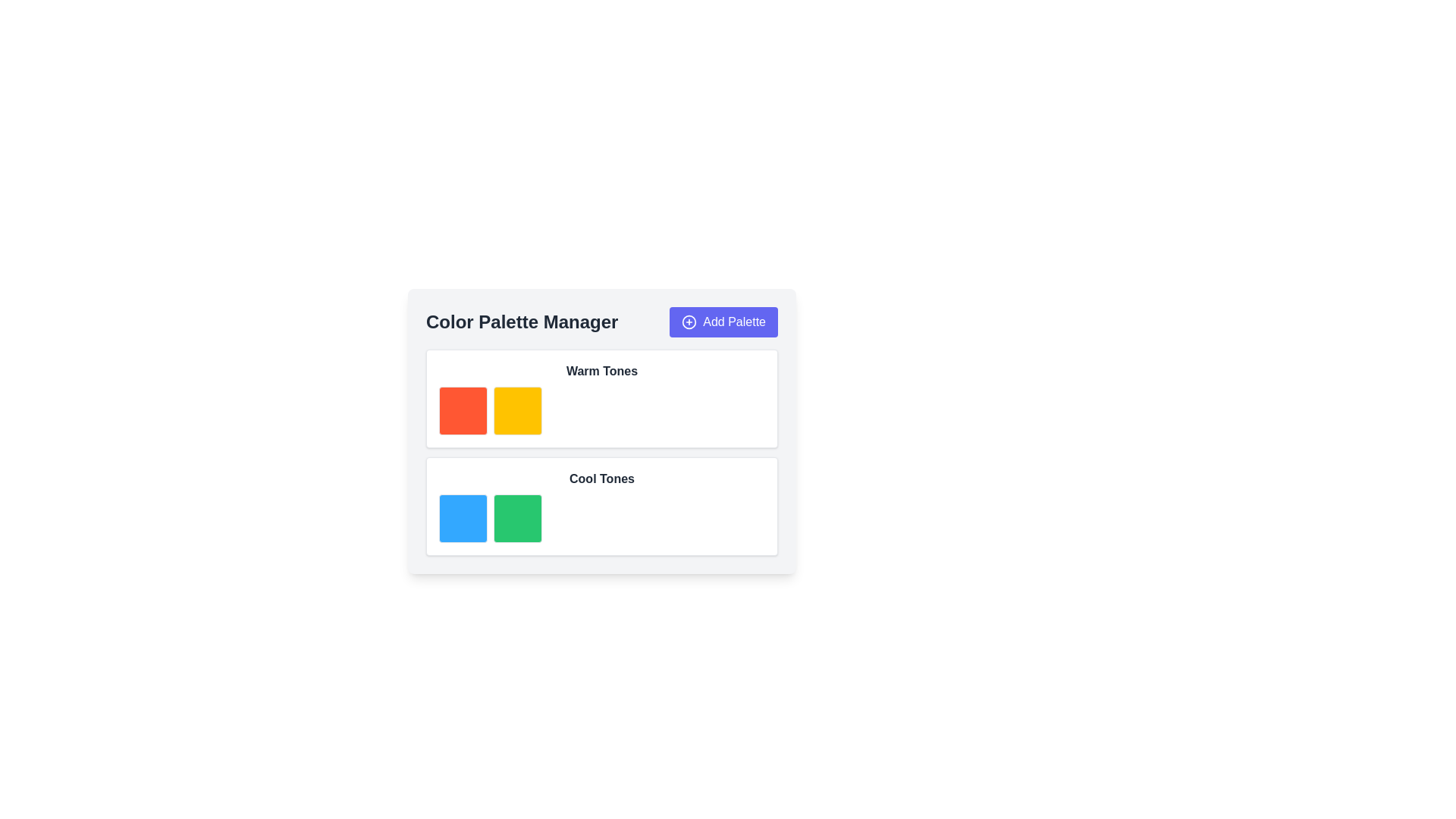 This screenshot has width=1456, height=819. Describe the element at coordinates (601, 411) in the screenshot. I see `the color palette element labeled 'Warm Tones'` at that location.